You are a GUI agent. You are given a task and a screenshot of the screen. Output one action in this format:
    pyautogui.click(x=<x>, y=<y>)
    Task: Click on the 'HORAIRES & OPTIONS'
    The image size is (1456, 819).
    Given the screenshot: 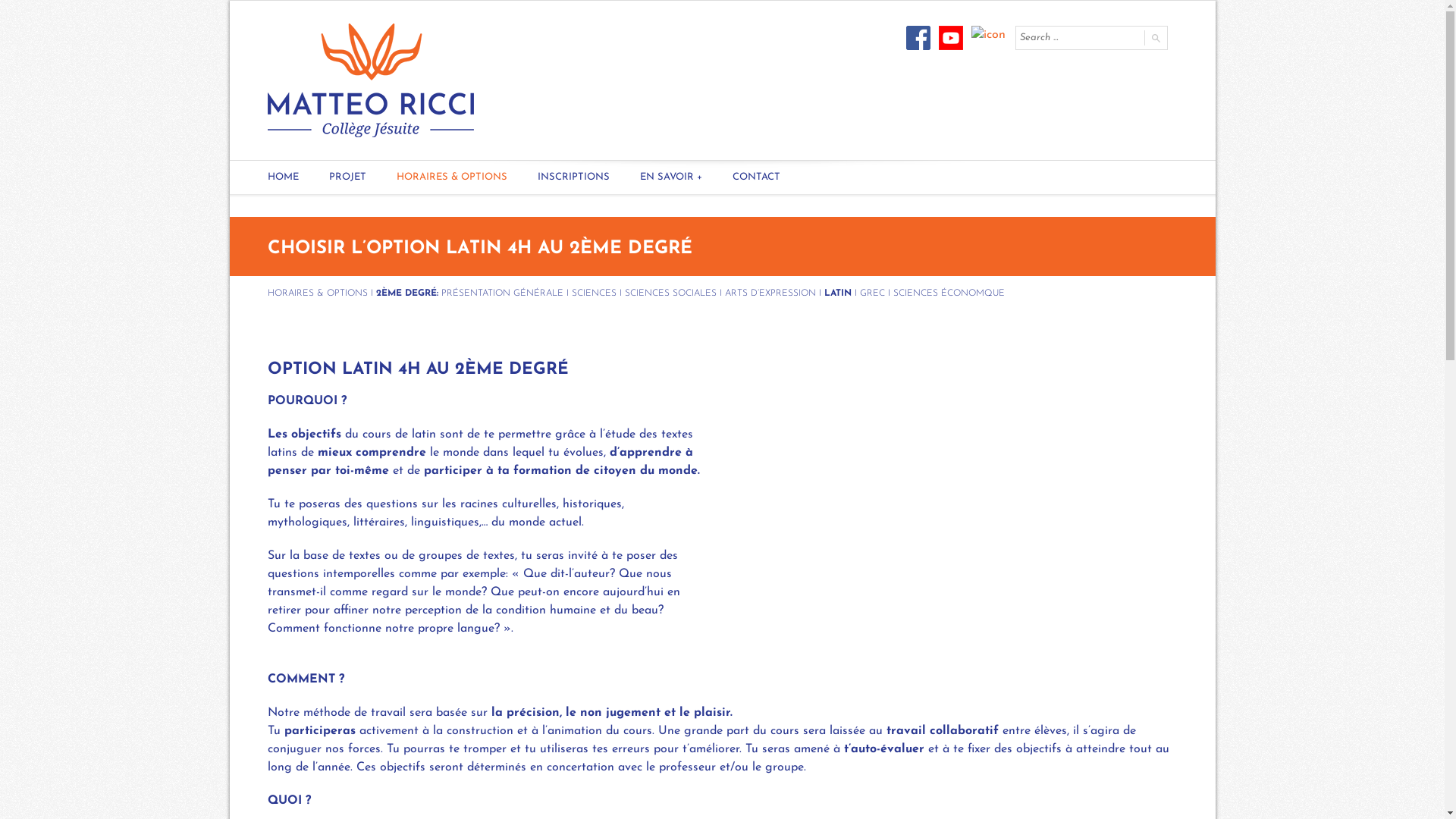 What is the action you would take?
    pyautogui.click(x=315, y=293)
    